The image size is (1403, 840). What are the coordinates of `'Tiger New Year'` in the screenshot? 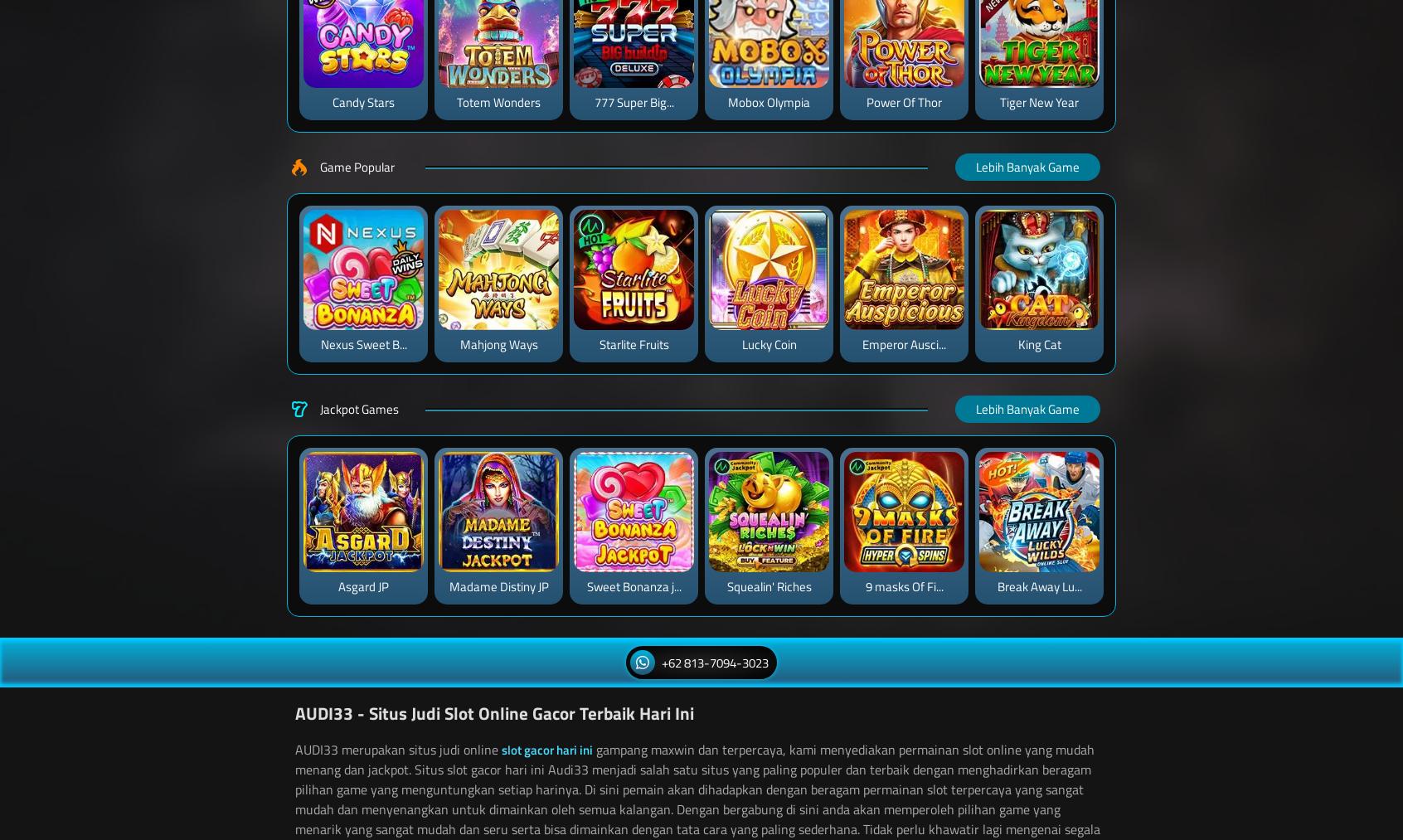 It's located at (1039, 102).